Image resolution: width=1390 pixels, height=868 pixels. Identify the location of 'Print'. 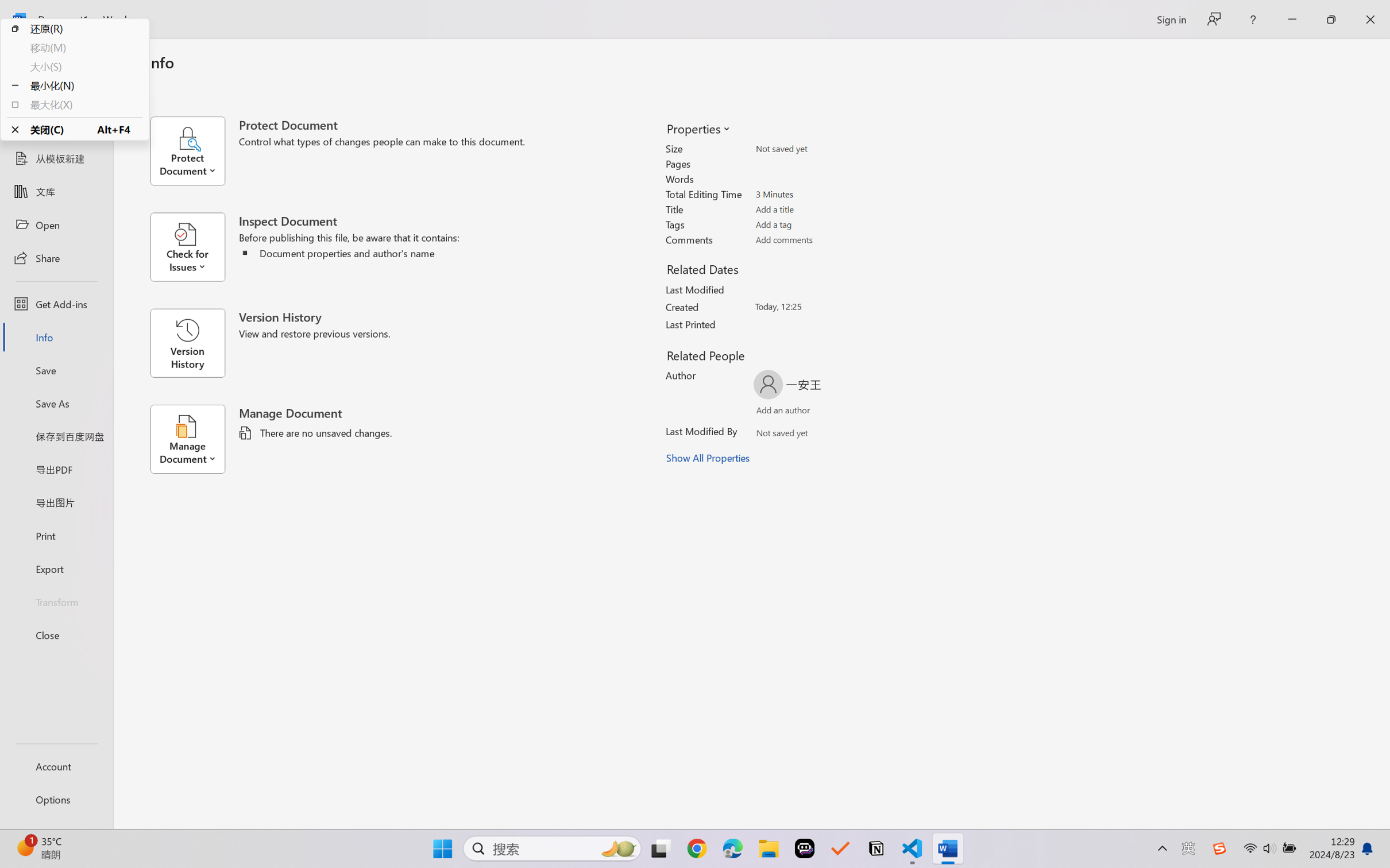
(56, 536).